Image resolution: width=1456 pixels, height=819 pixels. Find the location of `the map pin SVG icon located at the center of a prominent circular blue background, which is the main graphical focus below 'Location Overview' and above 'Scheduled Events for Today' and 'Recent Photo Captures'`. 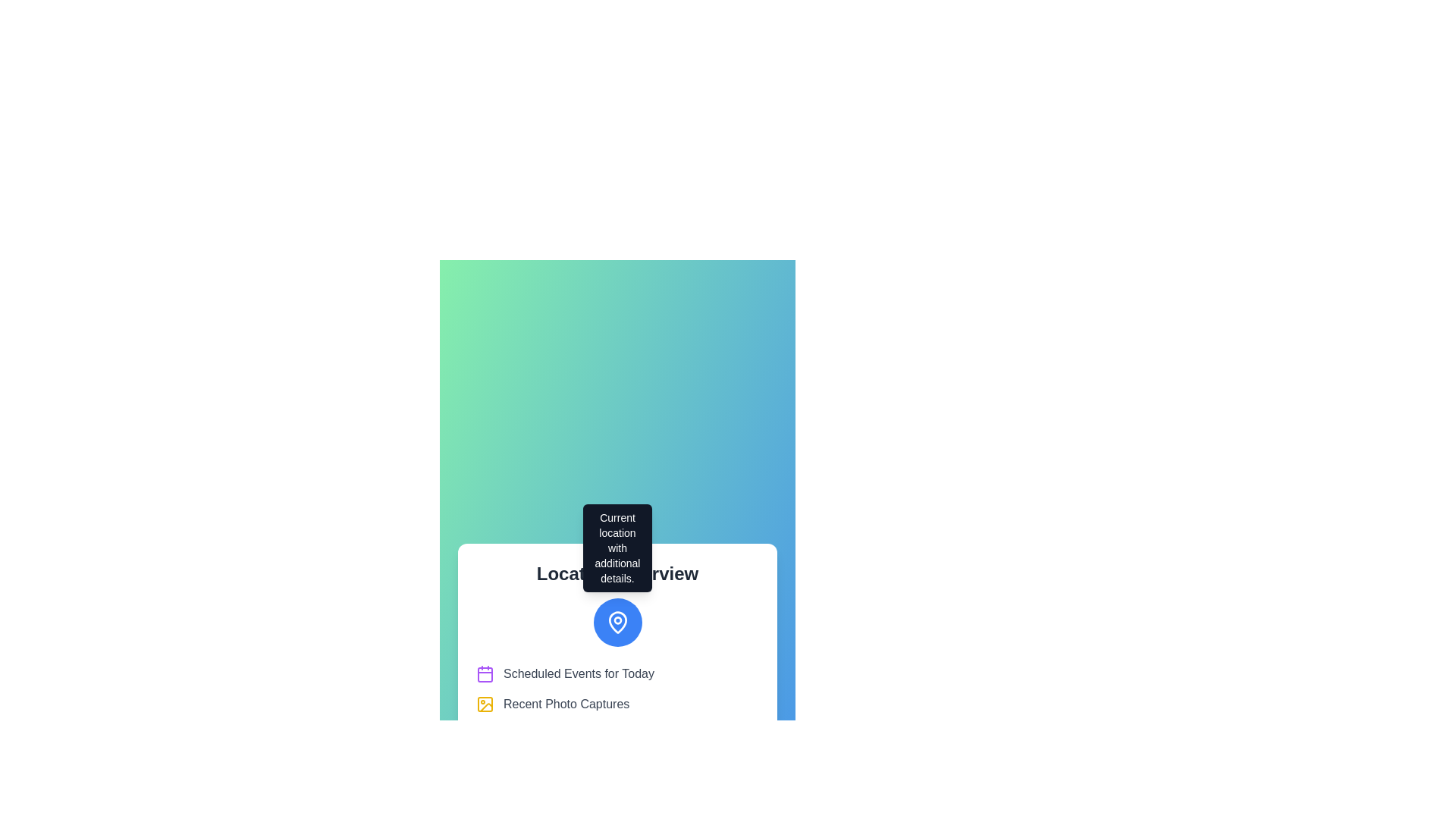

the map pin SVG icon located at the center of a prominent circular blue background, which is the main graphical focus below 'Location Overview' and above 'Scheduled Events for Today' and 'Recent Photo Captures' is located at coordinates (617, 623).